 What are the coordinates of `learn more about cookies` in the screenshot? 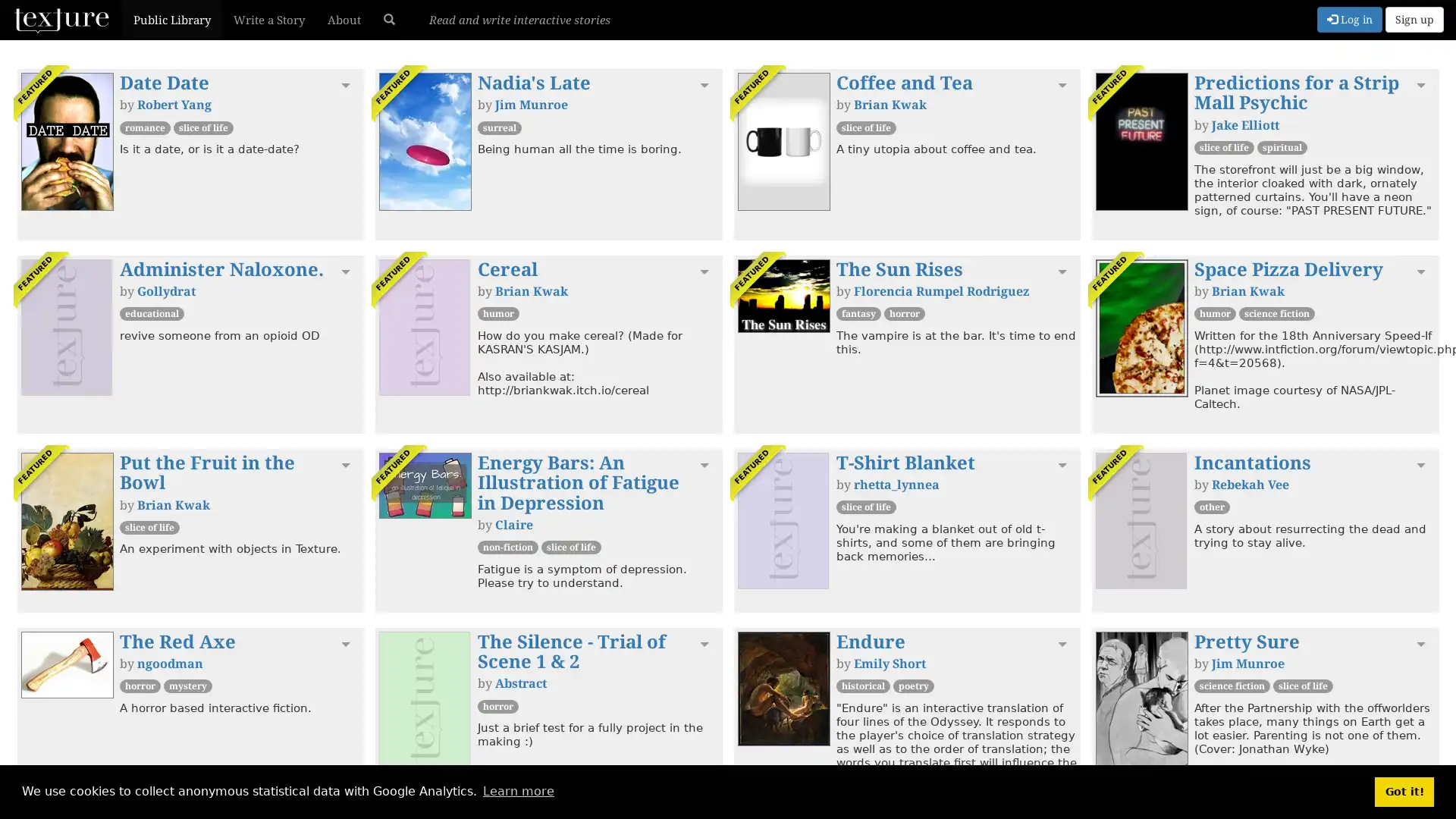 It's located at (518, 791).